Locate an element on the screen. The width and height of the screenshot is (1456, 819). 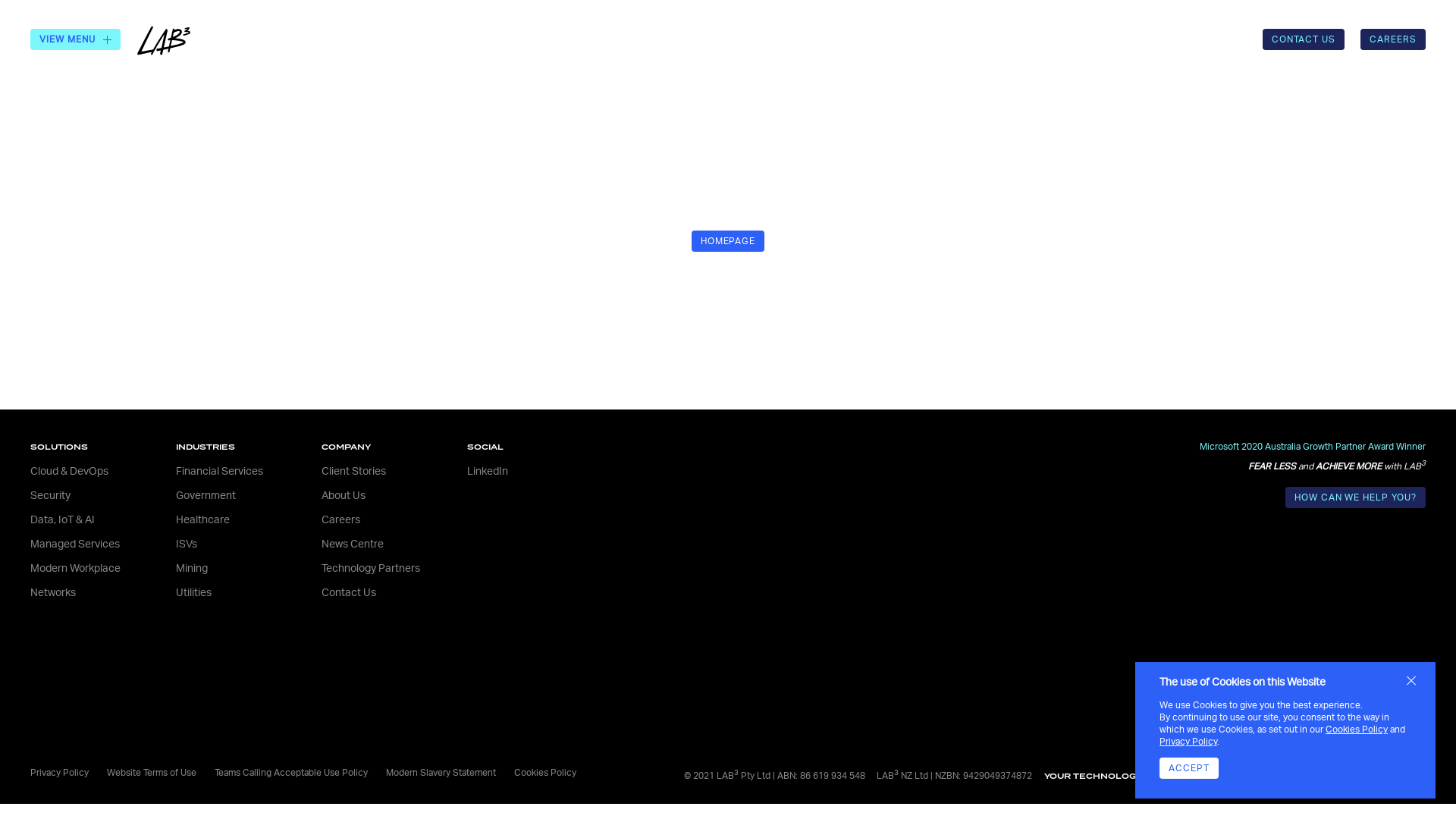
'Financial Services' is located at coordinates (175, 470).